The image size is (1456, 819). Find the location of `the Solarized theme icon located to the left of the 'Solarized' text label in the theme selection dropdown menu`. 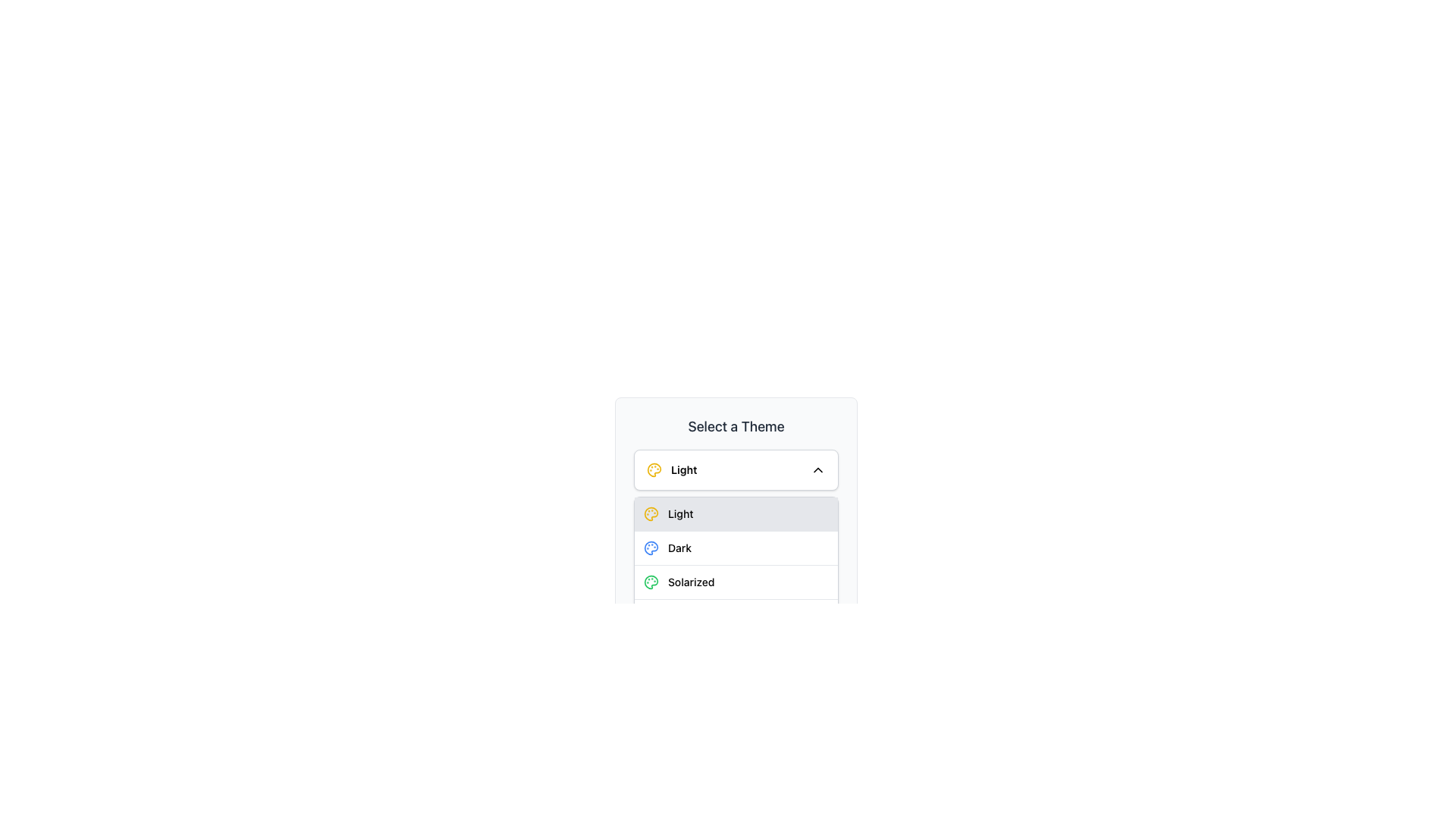

the Solarized theme icon located to the left of the 'Solarized' text label in the theme selection dropdown menu is located at coordinates (651, 581).